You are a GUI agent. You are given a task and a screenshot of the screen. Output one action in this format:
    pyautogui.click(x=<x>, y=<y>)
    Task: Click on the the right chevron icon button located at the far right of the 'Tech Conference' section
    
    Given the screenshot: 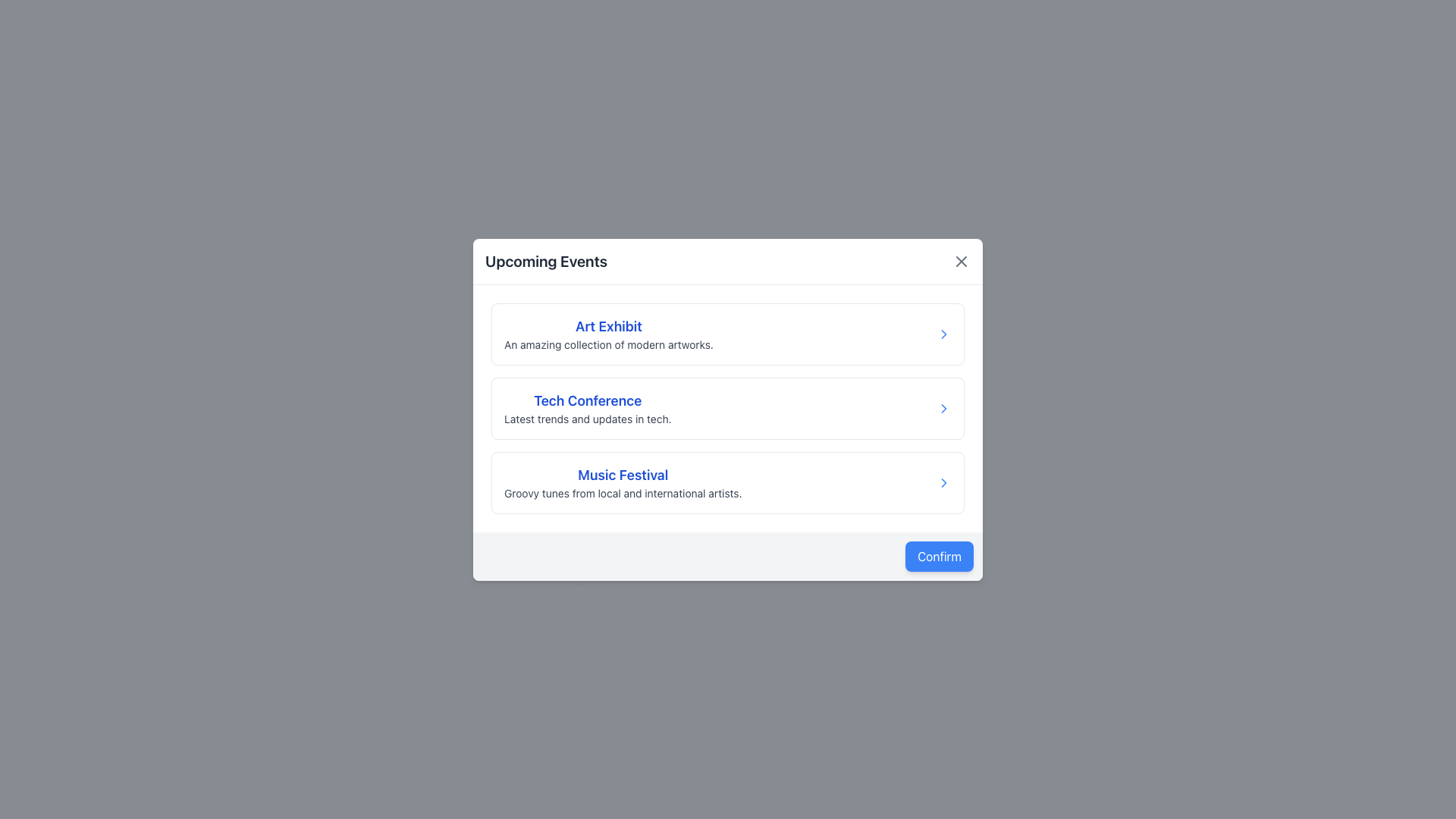 What is the action you would take?
    pyautogui.click(x=943, y=406)
    